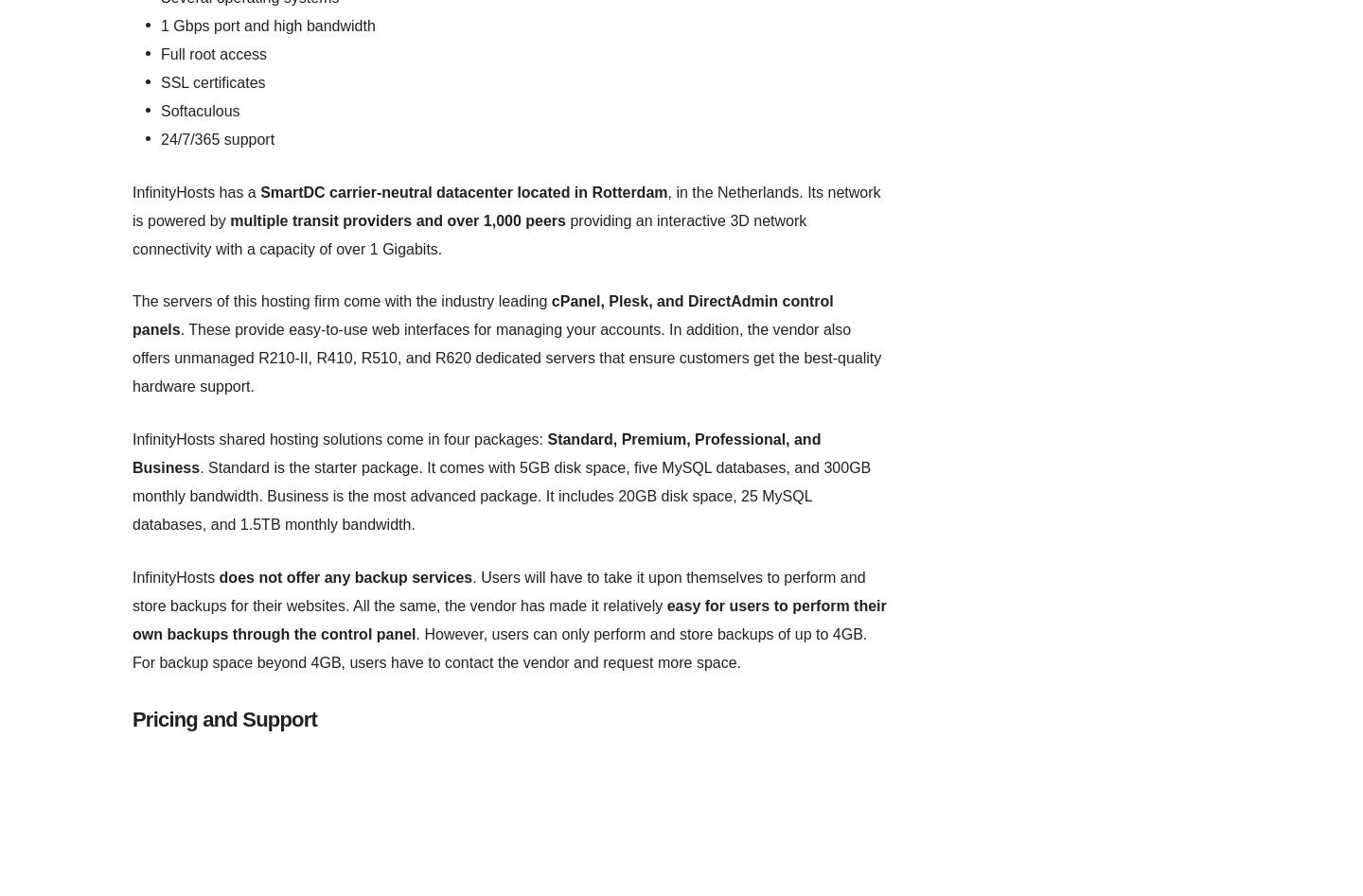 The image size is (1363, 896). What do you see at coordinates (196, 315) in the screenshot?
I see `'Credit Card Processing'` at bounding box center [196, 315].